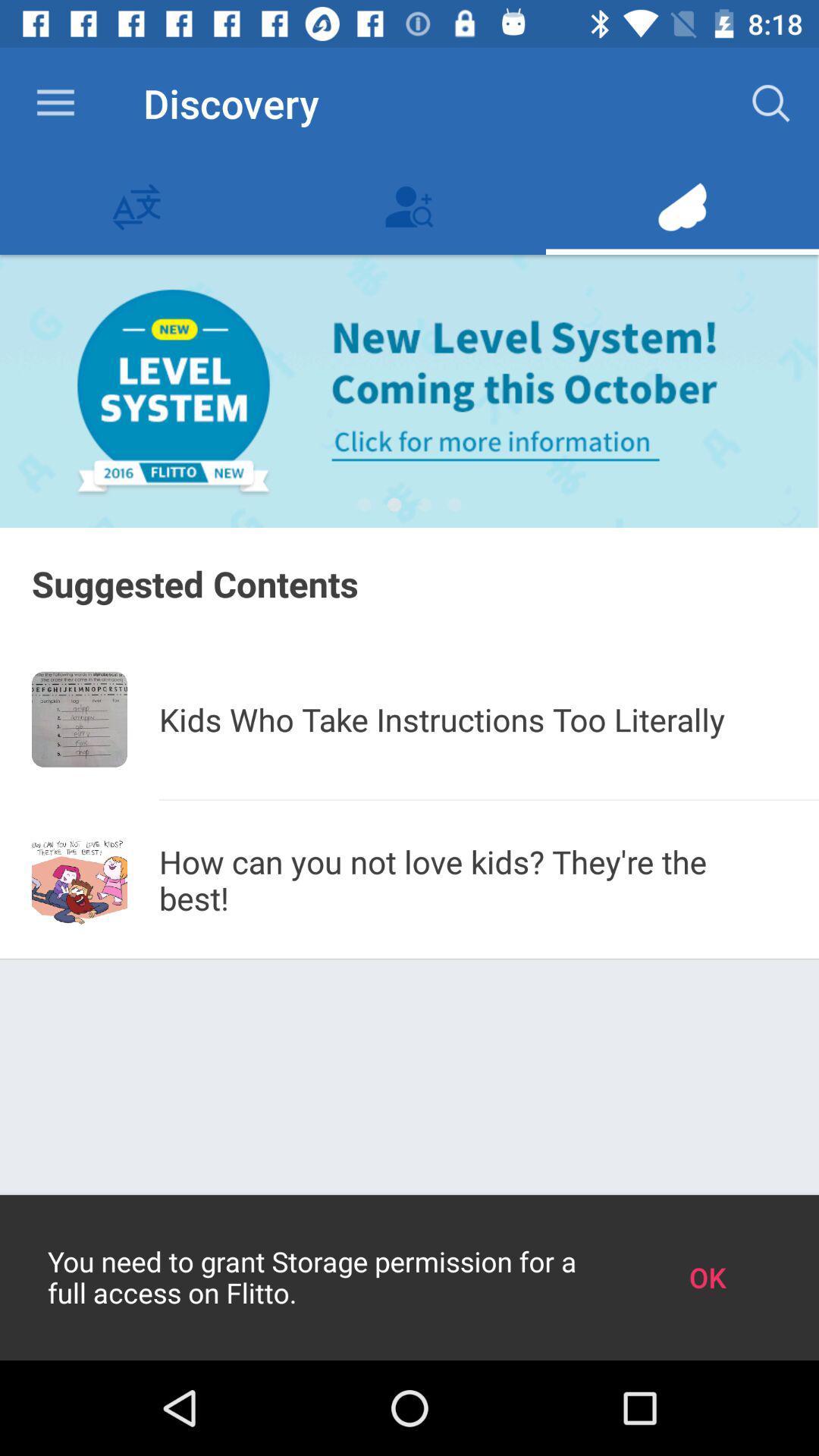 Image resolution: width=819 pixels, height=1456 pixels. I want to click on the item above the you need to, so click(472, 880).